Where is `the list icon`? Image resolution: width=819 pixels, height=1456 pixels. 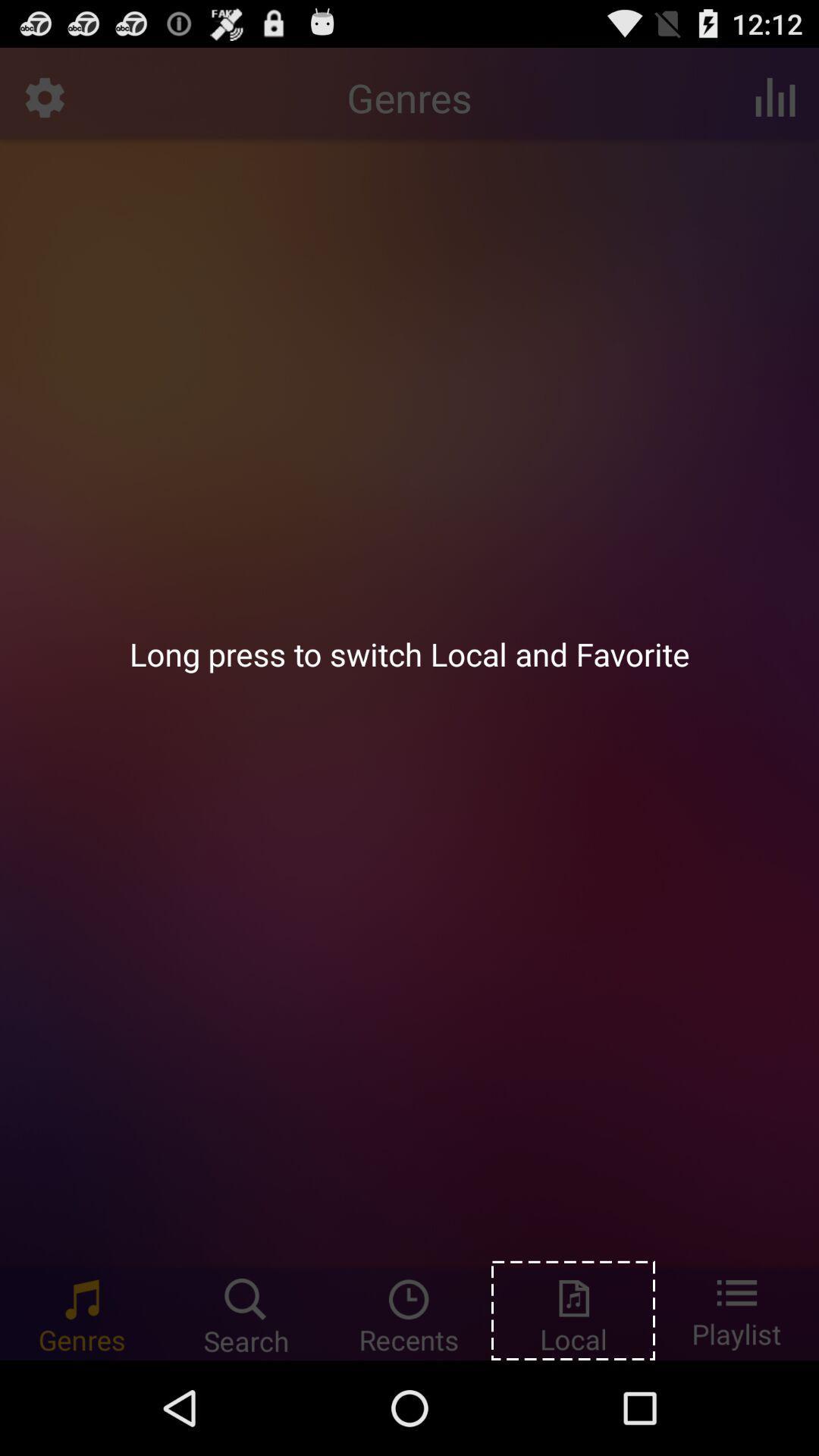
the list icon is located at coordinates (736, 1407).